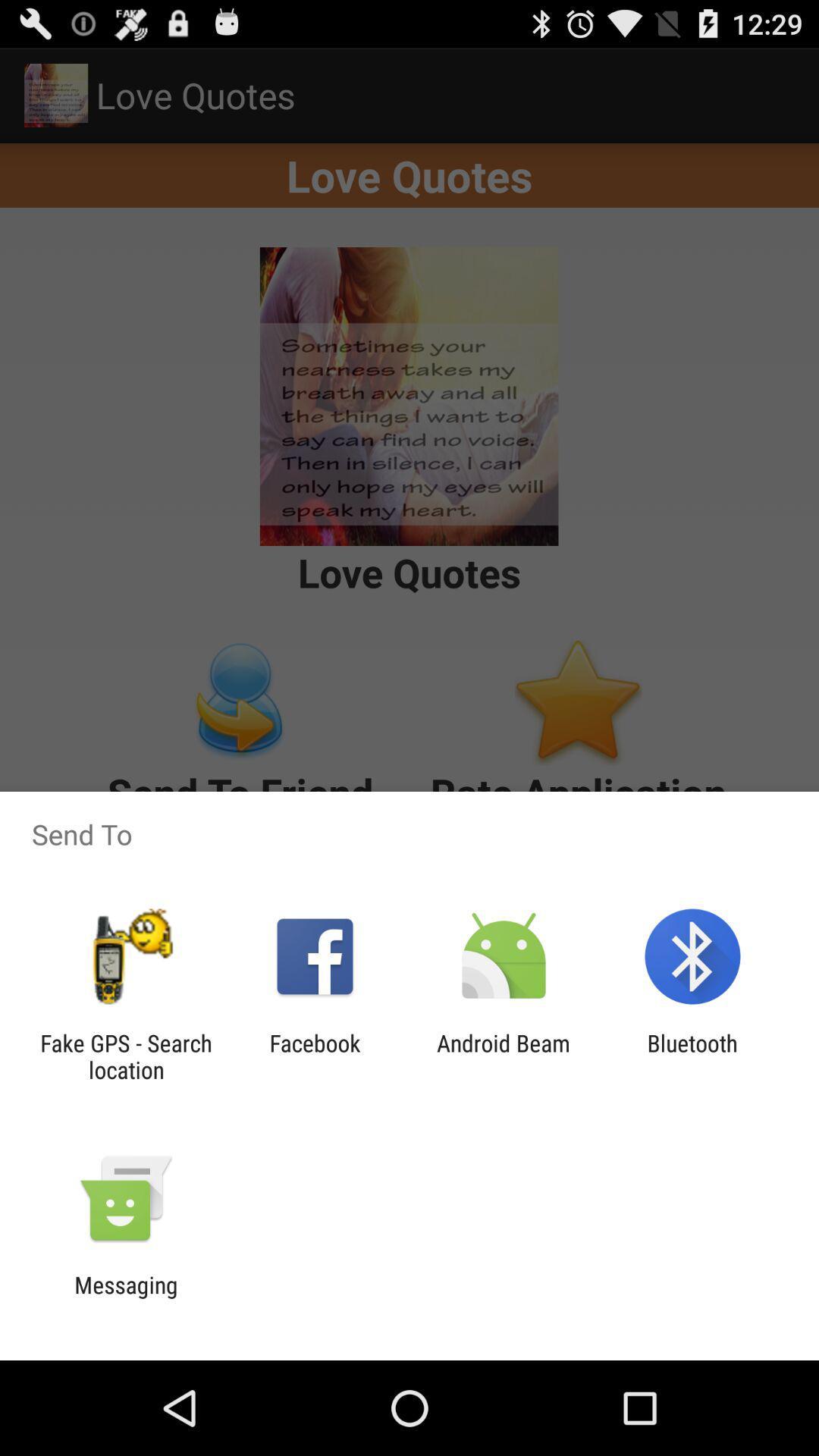  Describe the element at coordinates (125, 1056) in the screenshot. I see `the app to the left of the facebook` at that location.